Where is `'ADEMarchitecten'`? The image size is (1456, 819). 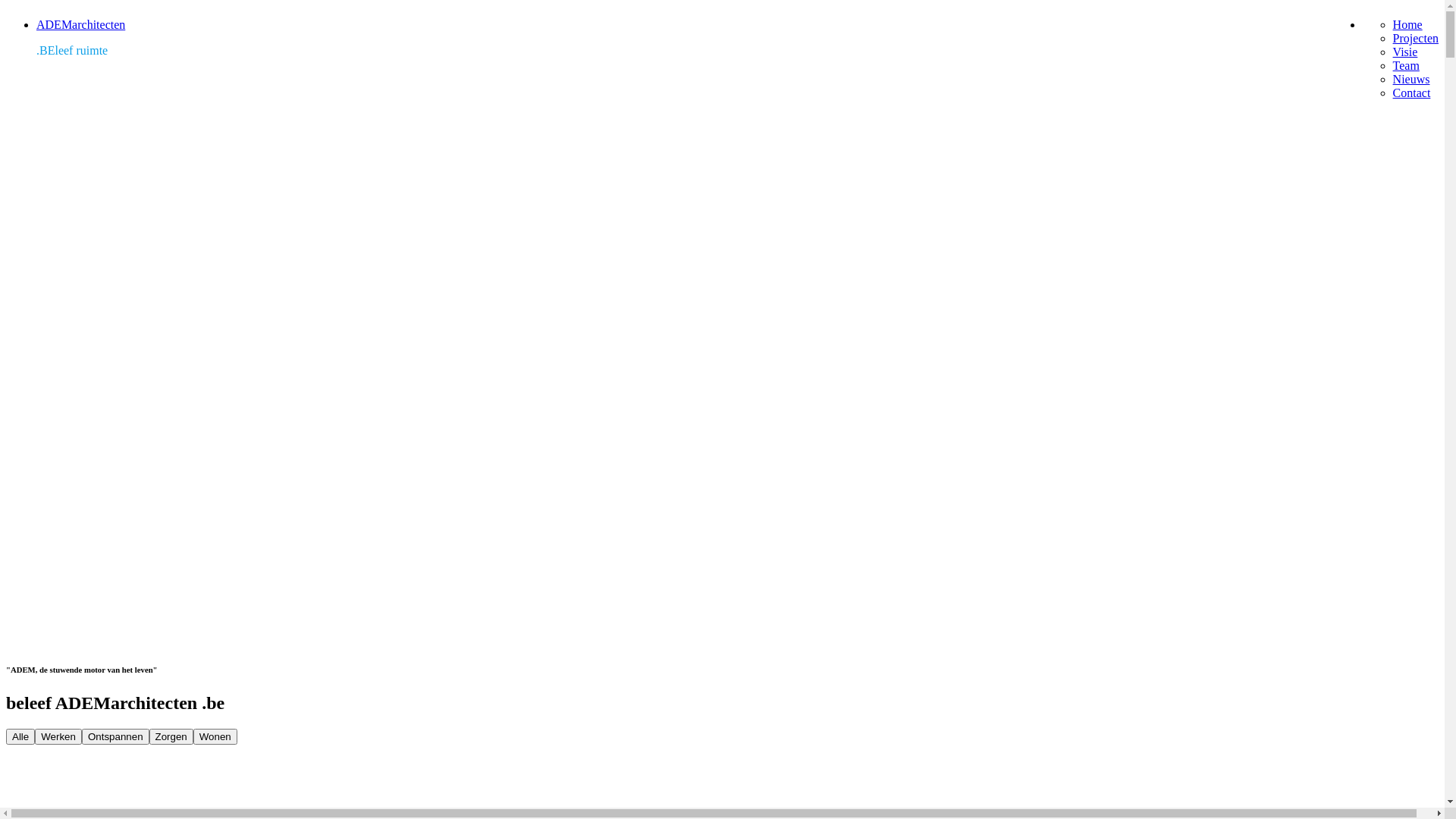
'ADEMarchitecten' is located at coordinates (80, 24).